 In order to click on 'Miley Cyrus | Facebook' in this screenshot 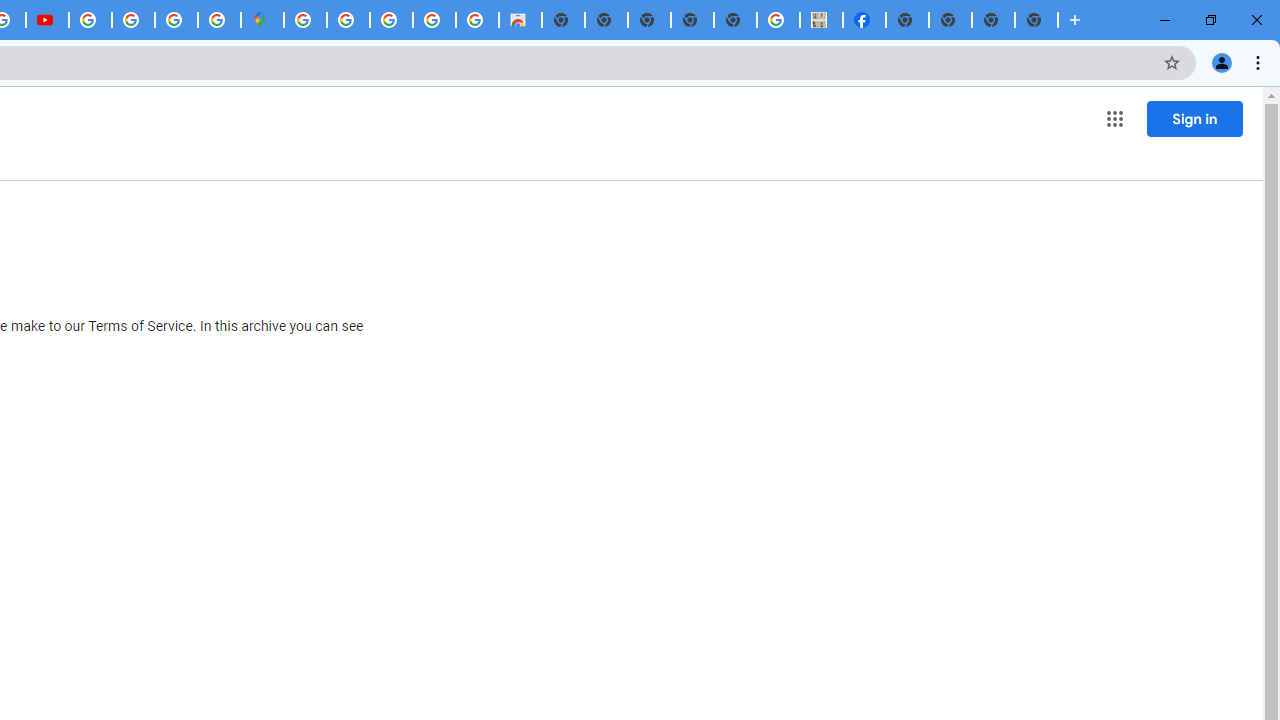, I will do `click(864, 20)`.